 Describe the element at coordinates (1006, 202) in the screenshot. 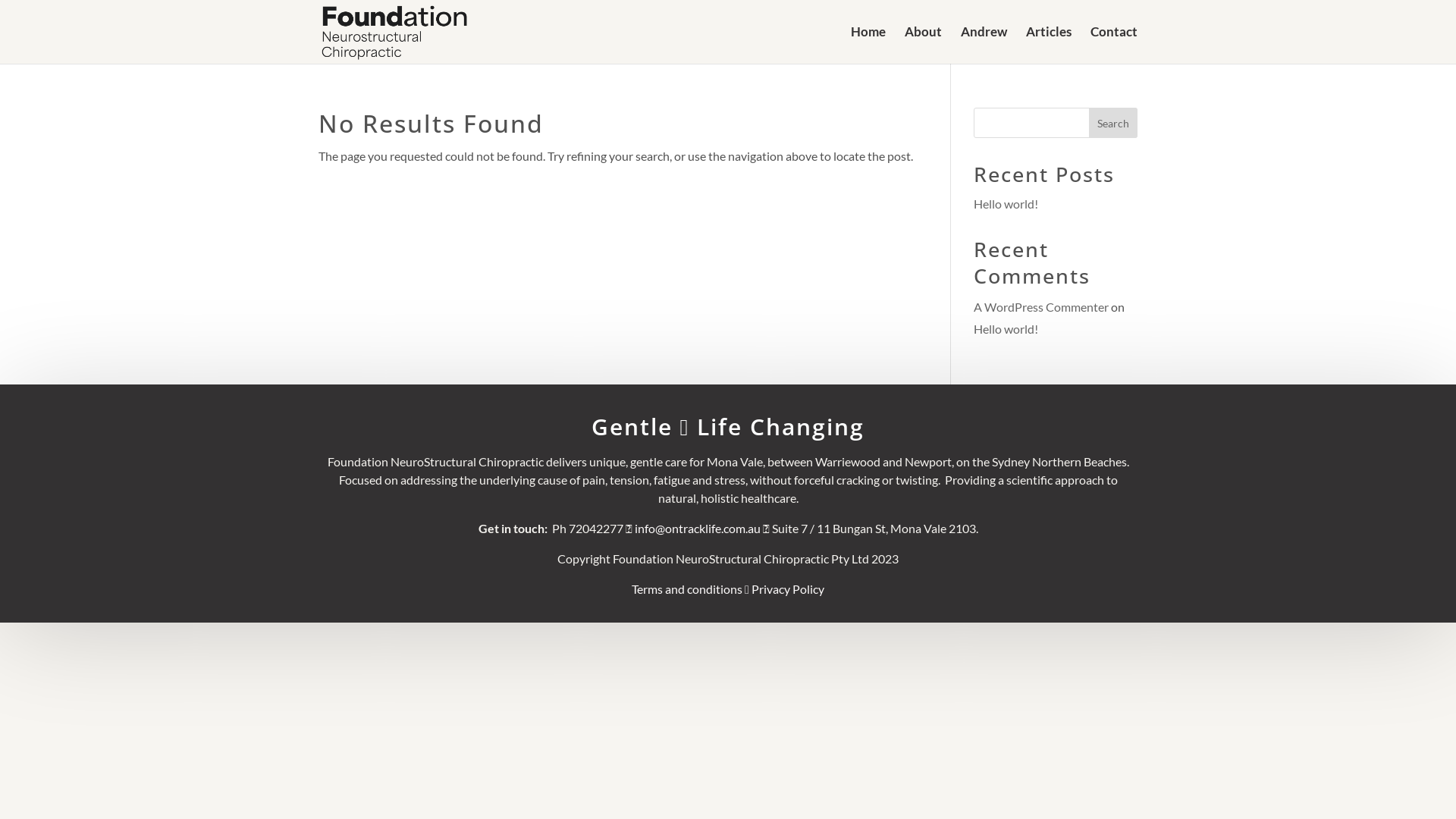

I see `'Hello world!'` at that location.